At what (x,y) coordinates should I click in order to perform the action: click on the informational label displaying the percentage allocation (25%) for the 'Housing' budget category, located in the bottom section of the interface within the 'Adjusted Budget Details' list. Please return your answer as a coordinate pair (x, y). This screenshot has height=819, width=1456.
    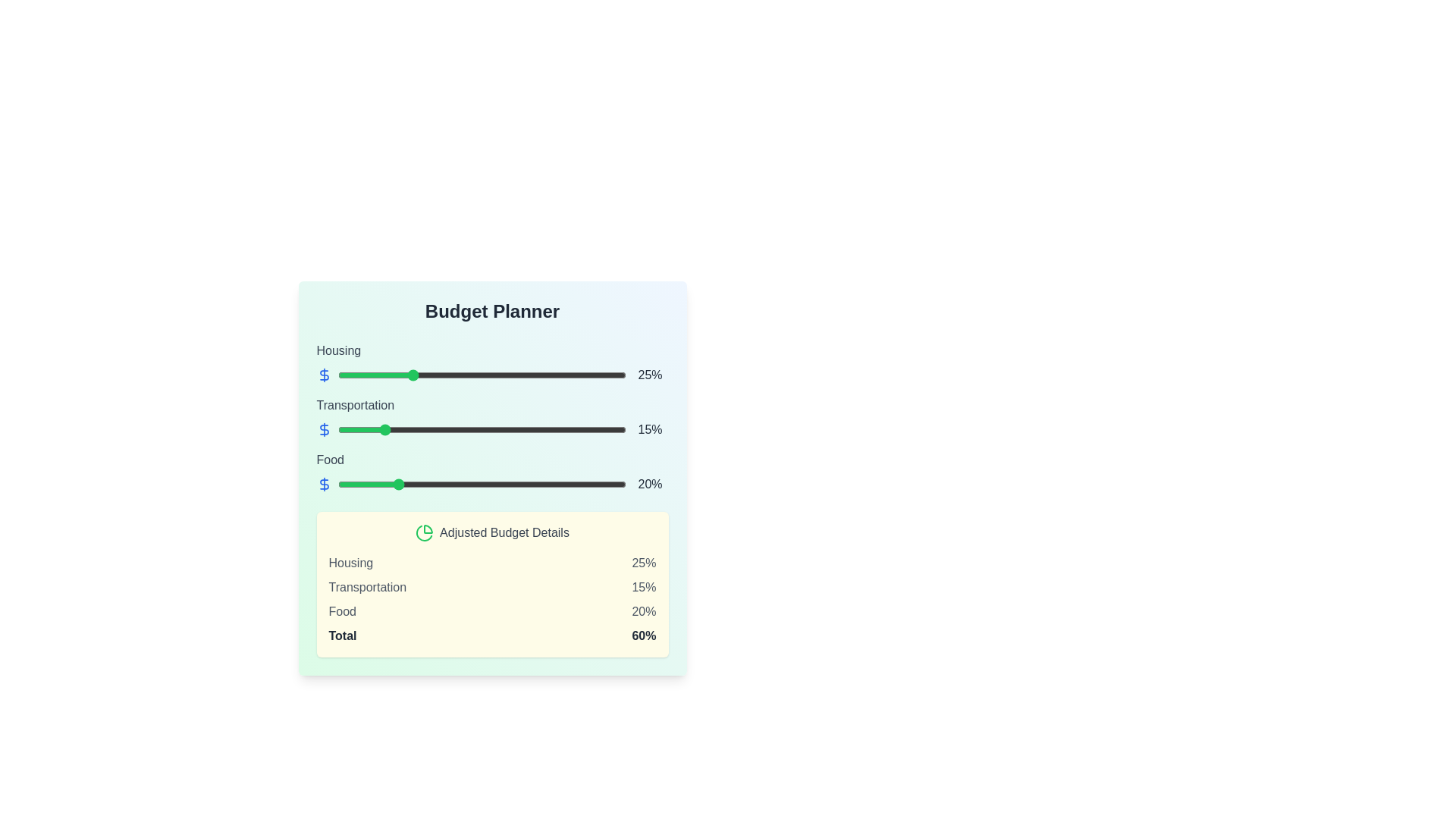
    Looking at the image, I should click on (644, 563).